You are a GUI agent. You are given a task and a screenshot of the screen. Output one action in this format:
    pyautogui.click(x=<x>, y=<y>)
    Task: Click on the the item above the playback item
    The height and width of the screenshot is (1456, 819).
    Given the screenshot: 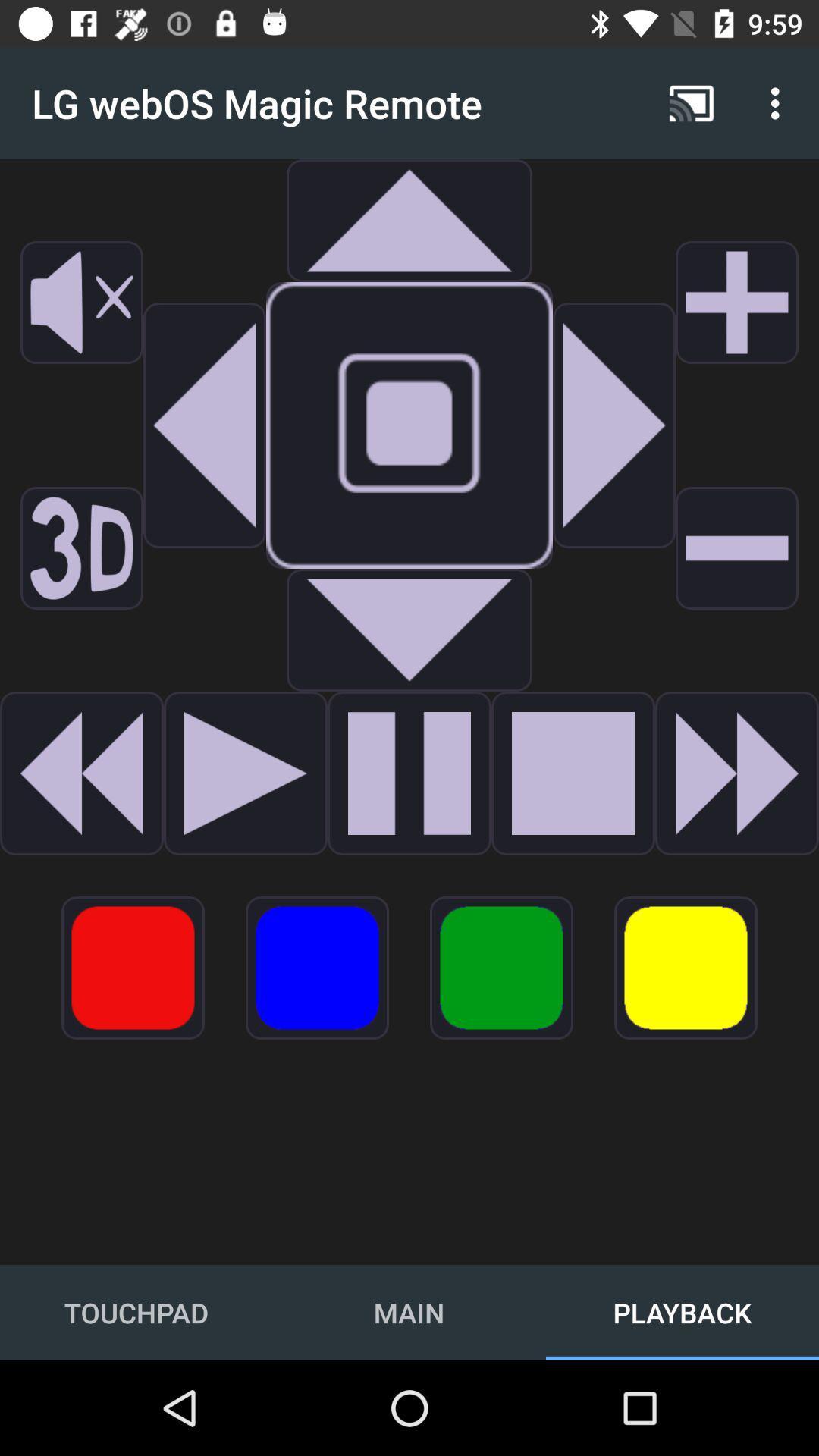 What is the action you would take?
    pyautogui.click(x=686, y=967)
    